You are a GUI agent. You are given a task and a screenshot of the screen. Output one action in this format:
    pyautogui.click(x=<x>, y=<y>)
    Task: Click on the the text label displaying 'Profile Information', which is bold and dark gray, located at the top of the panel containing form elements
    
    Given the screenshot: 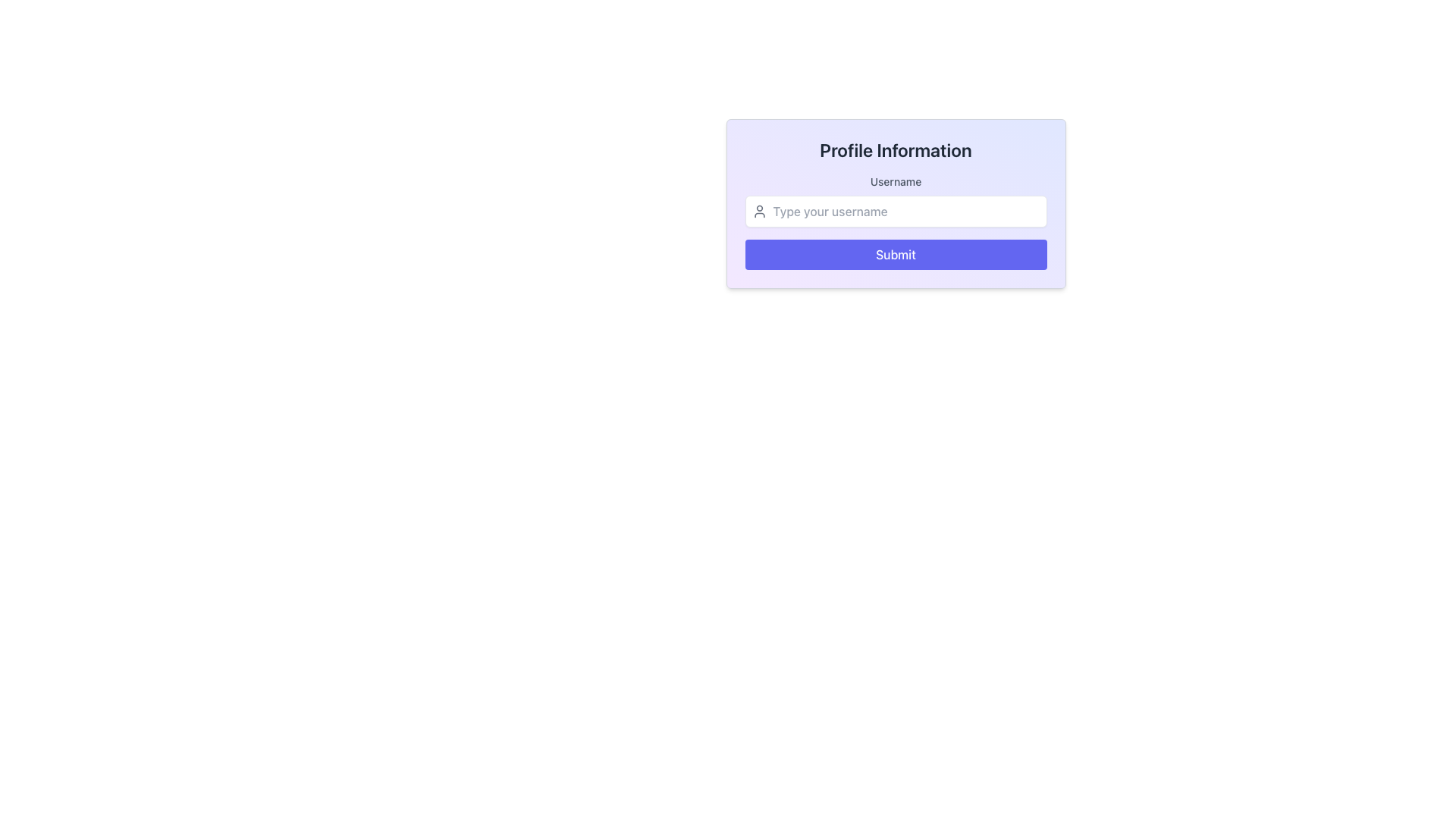 What is the action you would take?
    pyautogui.click(x=896, y=149)
    